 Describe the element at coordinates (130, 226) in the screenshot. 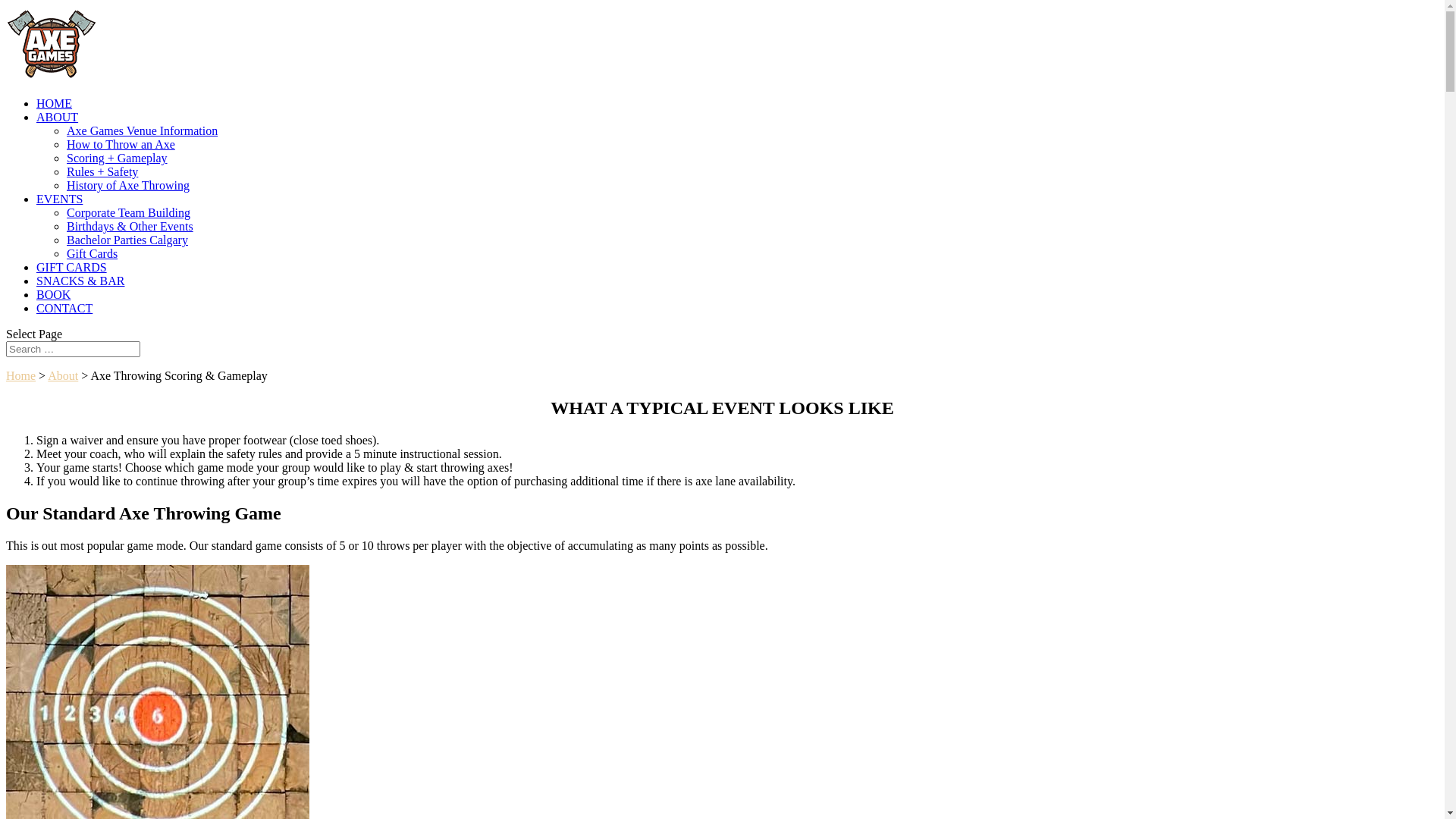

I see `'Birthdays & Other Events'` at that location.